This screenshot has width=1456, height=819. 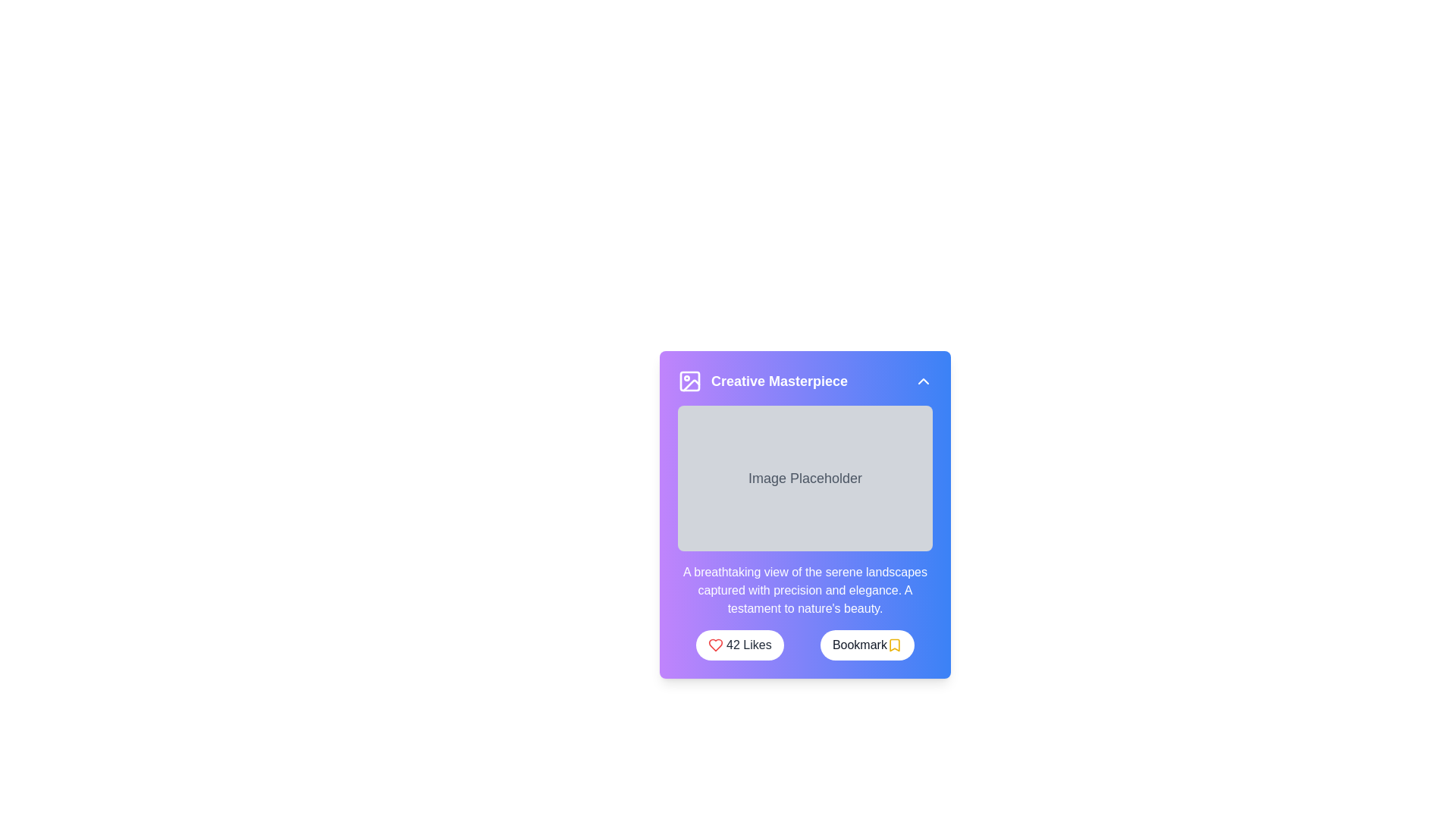 What do you see at coordinates (739, 645) in the screenshot?
I see `the '42 Likes' button, which is a white rounded rectangle with a red-outlined heart icon, to like the post` at bounding box center [739, 645].